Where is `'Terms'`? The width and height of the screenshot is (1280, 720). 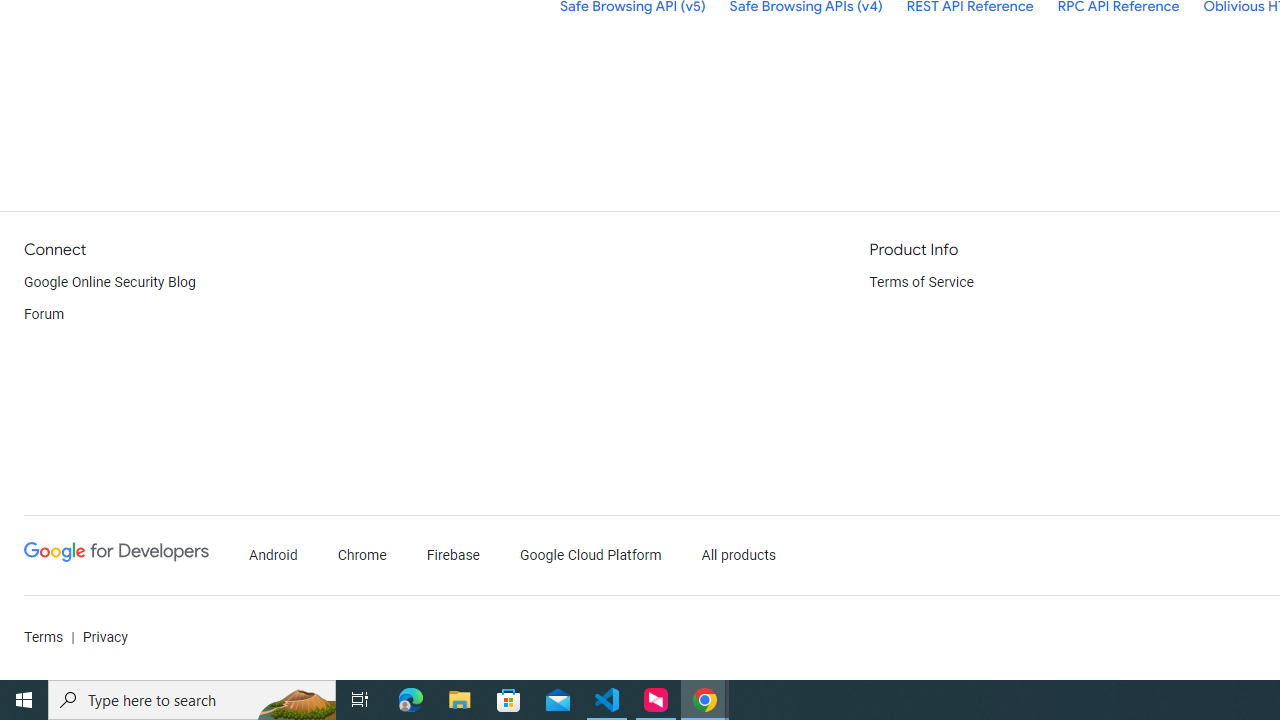
'Terms' is located at coordinates (44, 637).